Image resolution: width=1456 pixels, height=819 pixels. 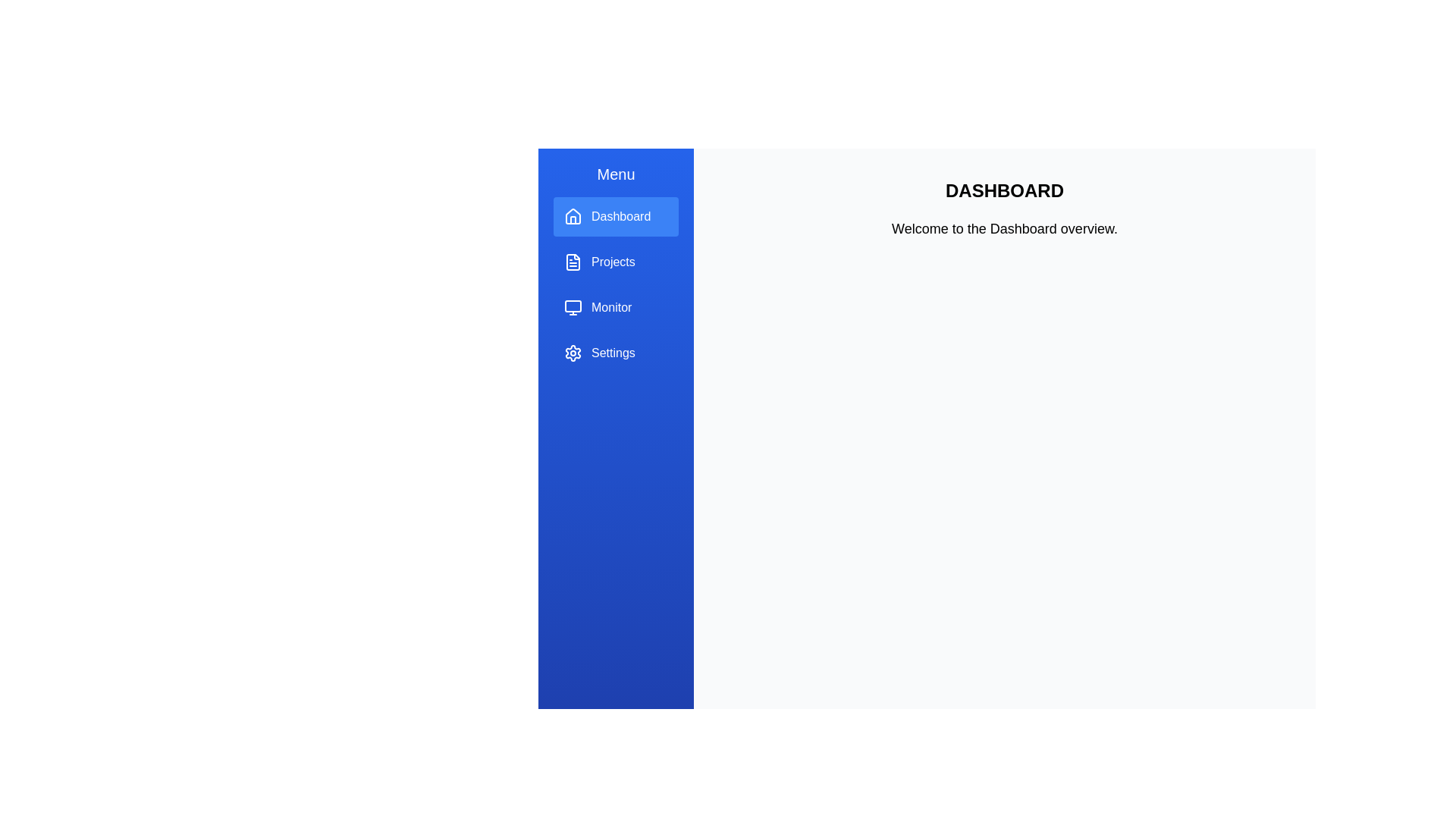 I want to click on the title or heading text element that provides context or identification above the 'Welcome to the Dashboard overview.' text, so click(x=1004, y=190).